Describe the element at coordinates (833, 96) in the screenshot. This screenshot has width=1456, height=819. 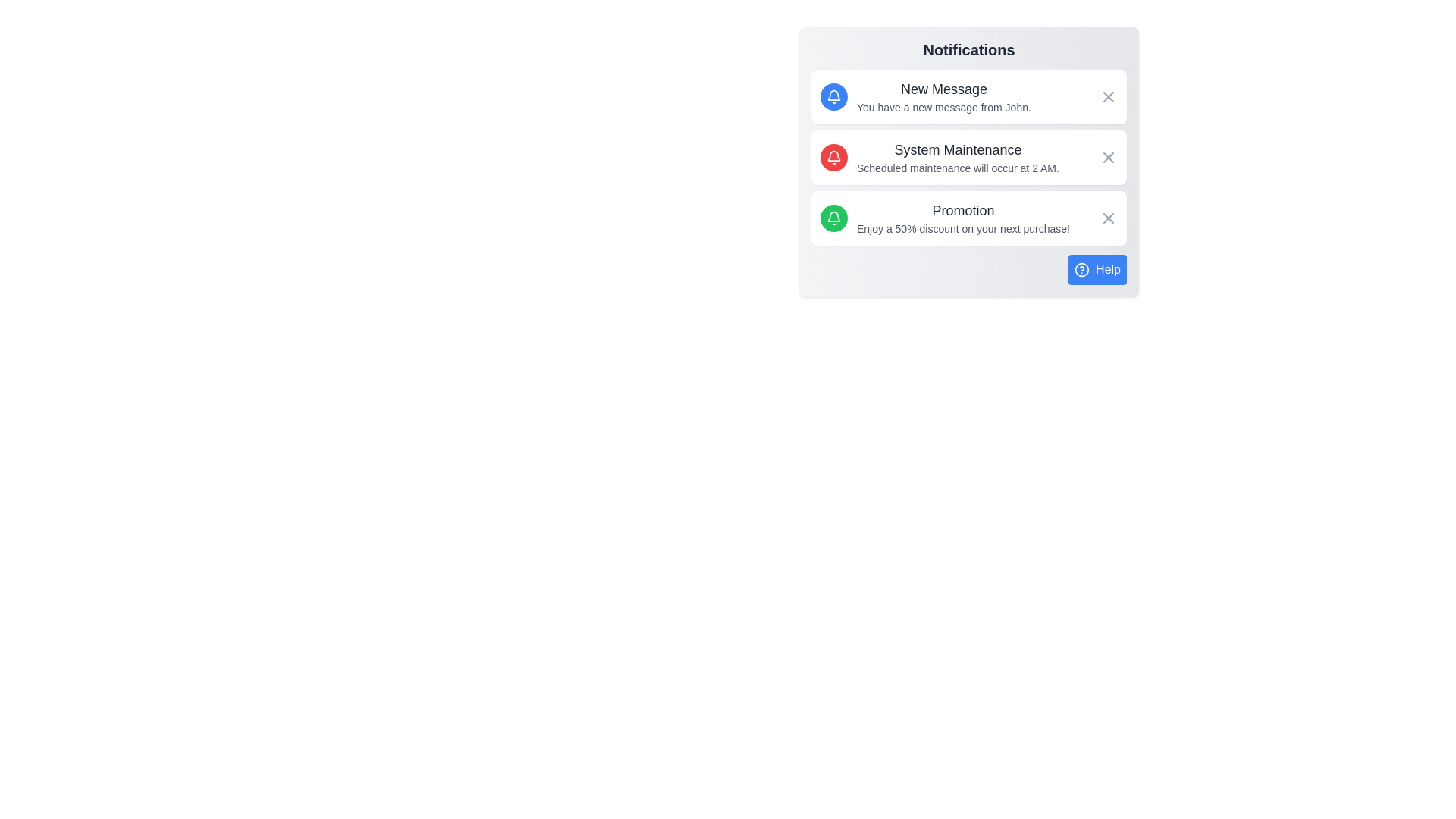
I see `the 'New Message' notification icon located at the top left corner of the first notification item in the notification list` at that location.